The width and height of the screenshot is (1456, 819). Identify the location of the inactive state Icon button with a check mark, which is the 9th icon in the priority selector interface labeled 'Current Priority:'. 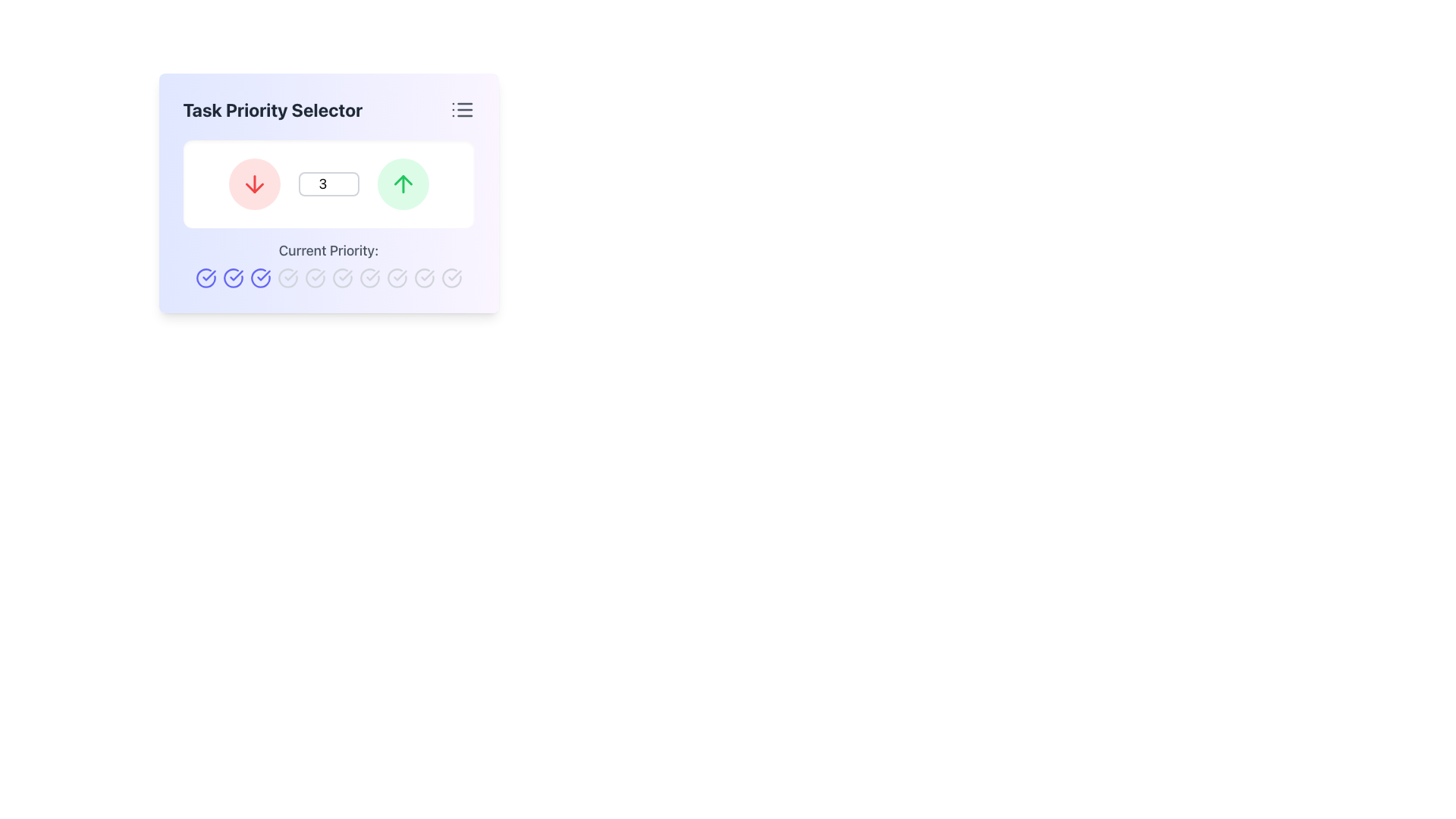
(424, 278).